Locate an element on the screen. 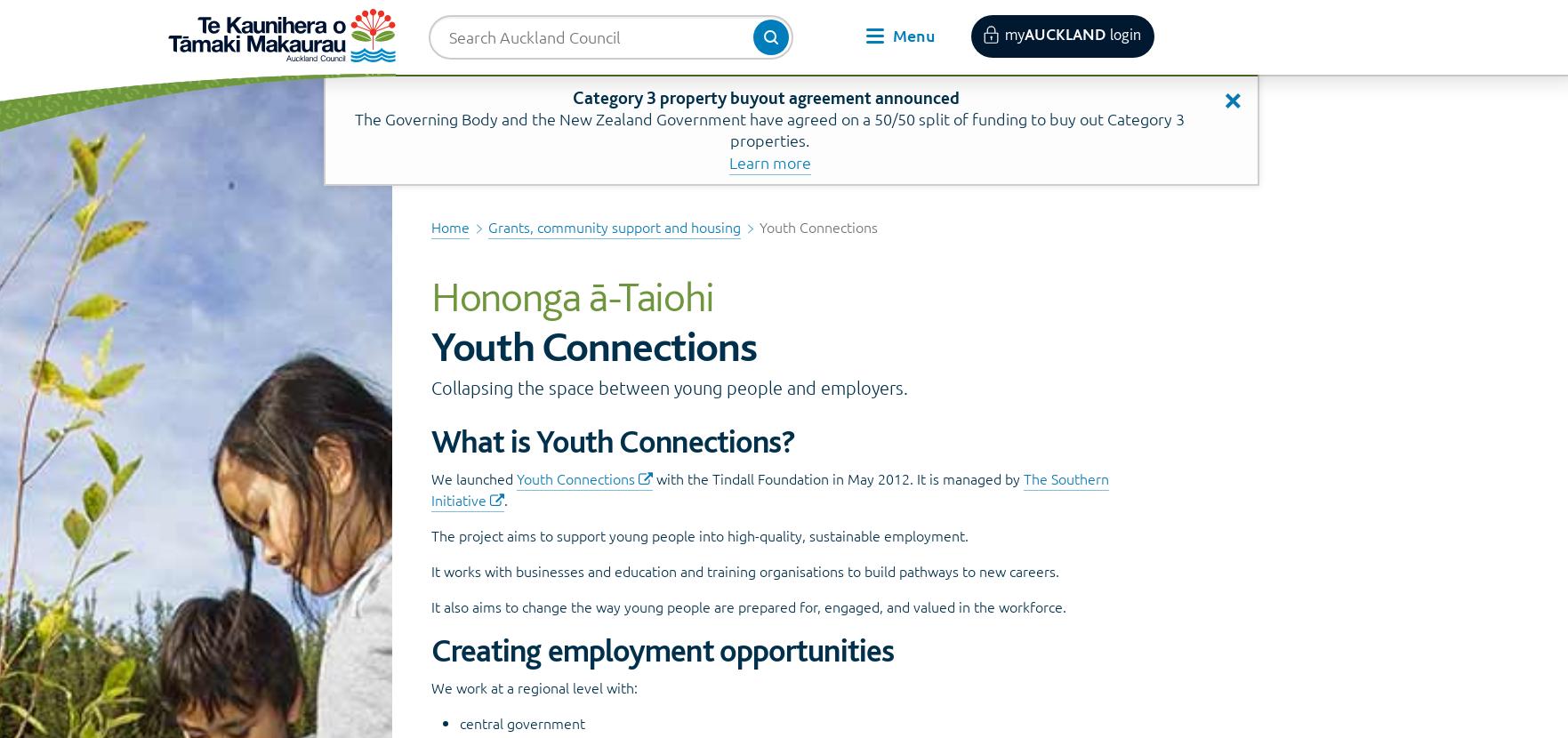  'AUCKLAND' is located at coordinates (1023, 33).